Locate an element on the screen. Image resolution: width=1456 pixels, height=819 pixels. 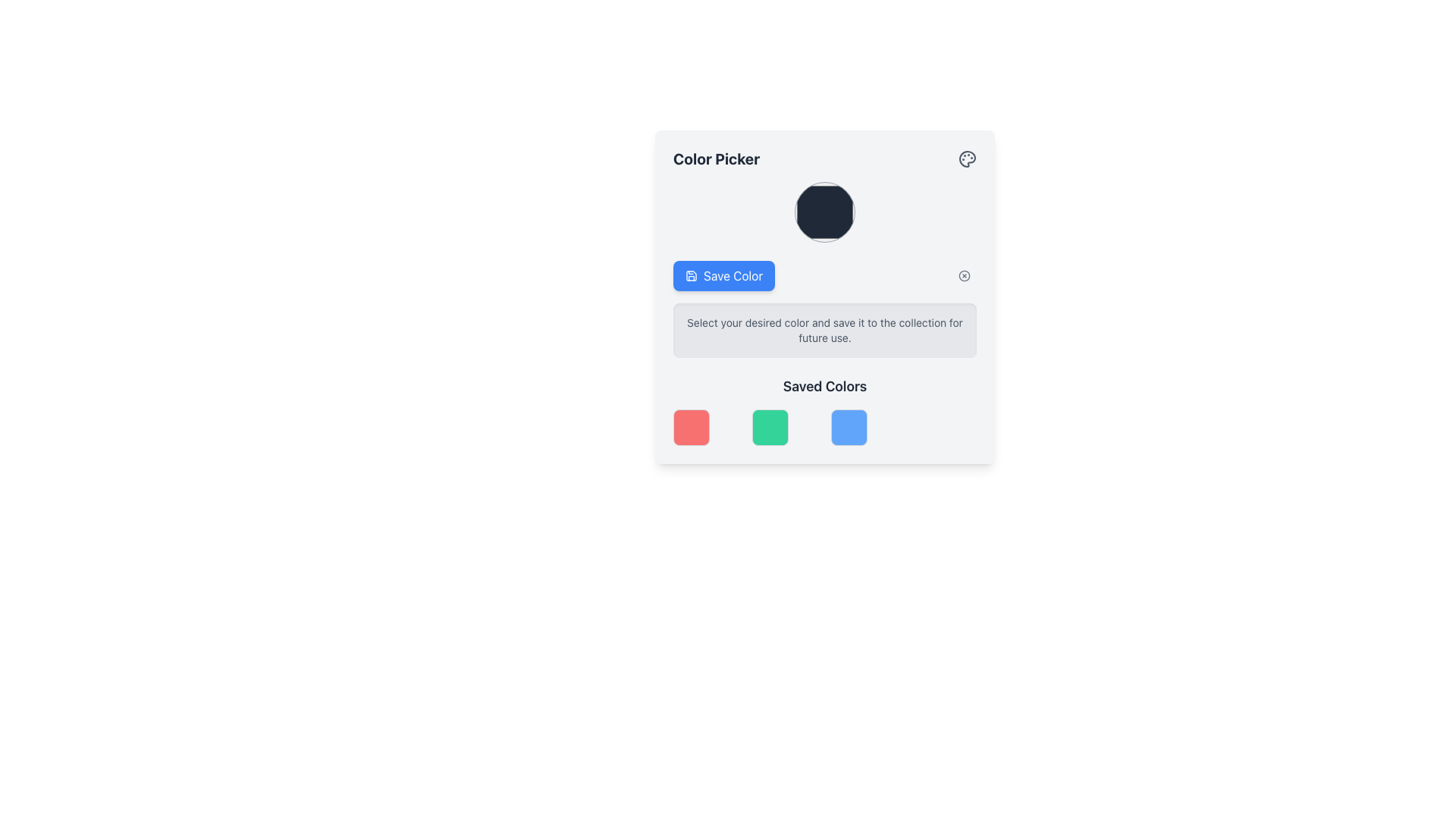
the vibrant red color swatch tile in the 'Saved Colors' section is located at coordinates (691, 427).